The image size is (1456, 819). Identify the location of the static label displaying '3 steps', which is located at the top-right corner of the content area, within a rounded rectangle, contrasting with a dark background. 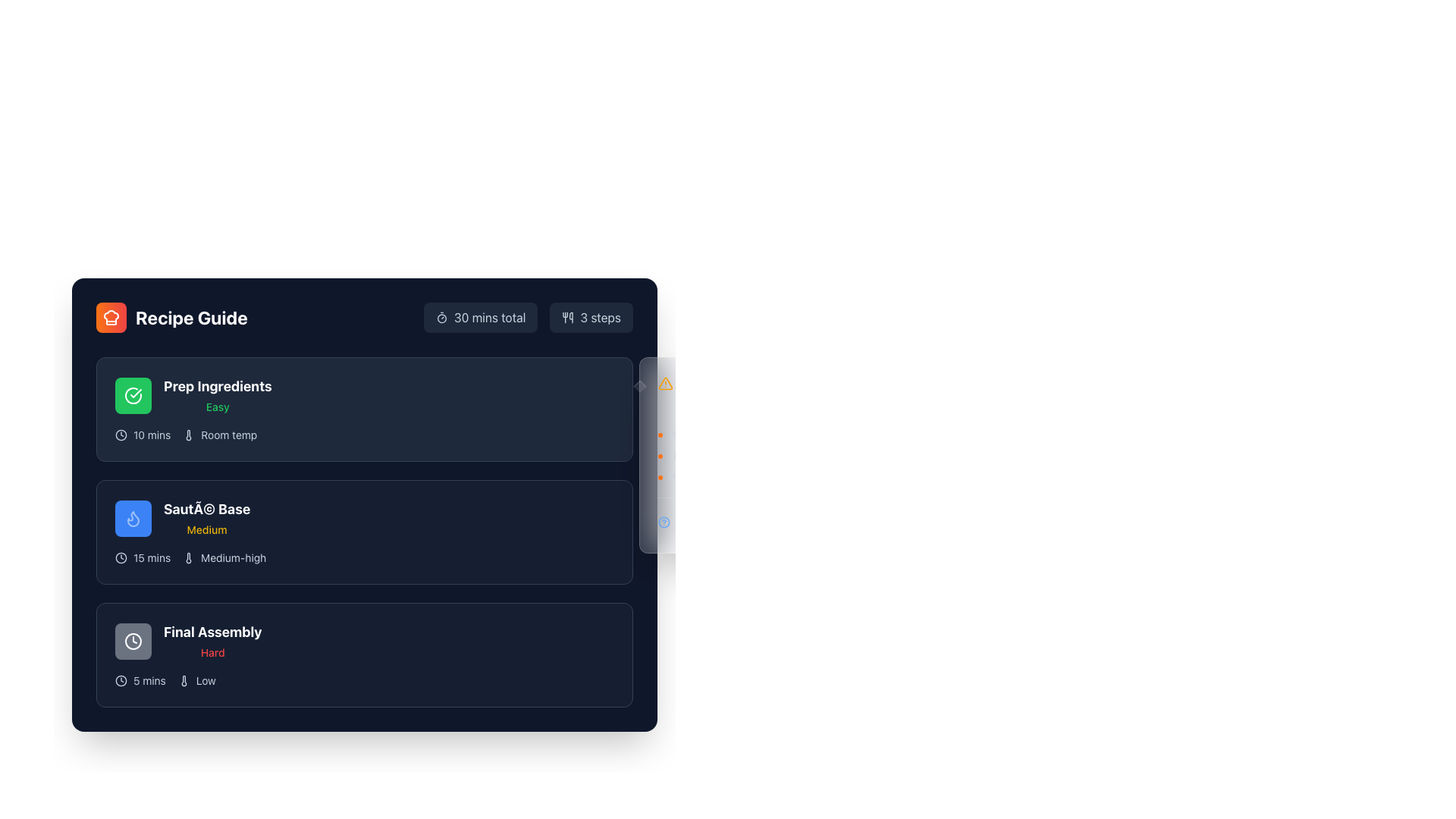
(600, 317).